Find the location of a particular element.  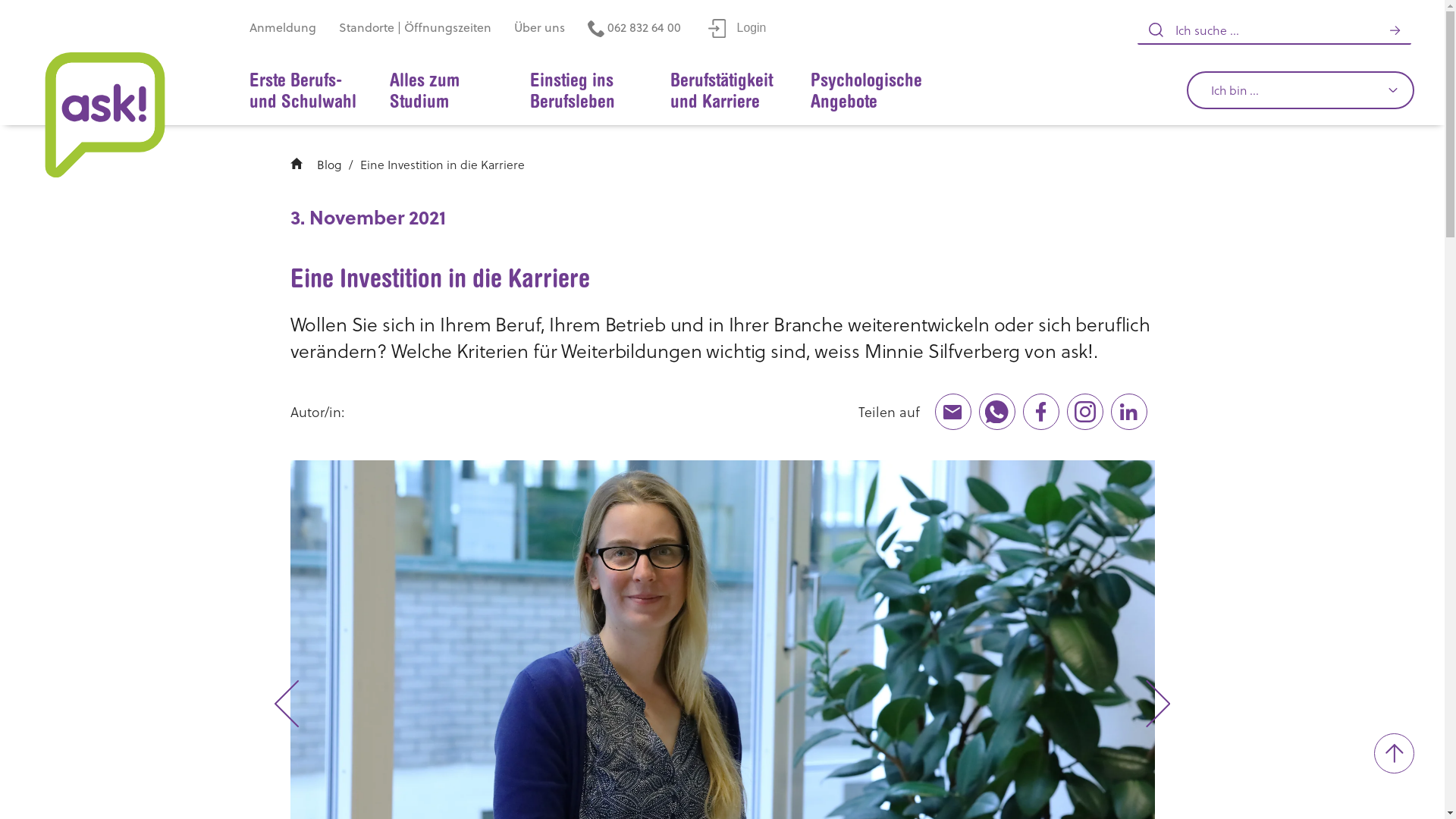

'Alles zum Studium' is located at coordinates (444, 91).